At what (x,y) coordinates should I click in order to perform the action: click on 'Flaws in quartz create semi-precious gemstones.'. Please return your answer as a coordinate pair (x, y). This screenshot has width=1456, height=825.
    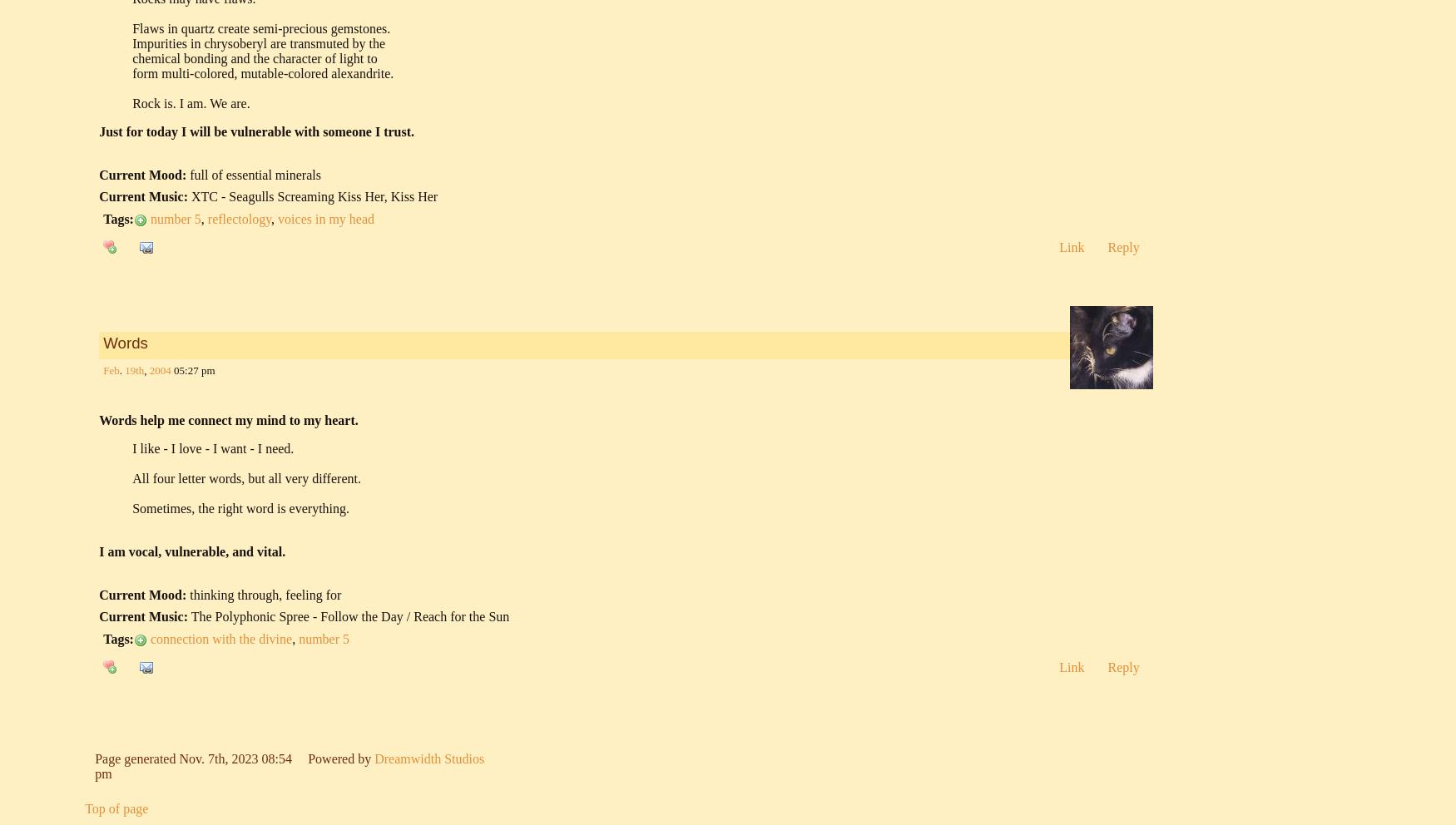
    Looking at the image, I should click on (260, 27).